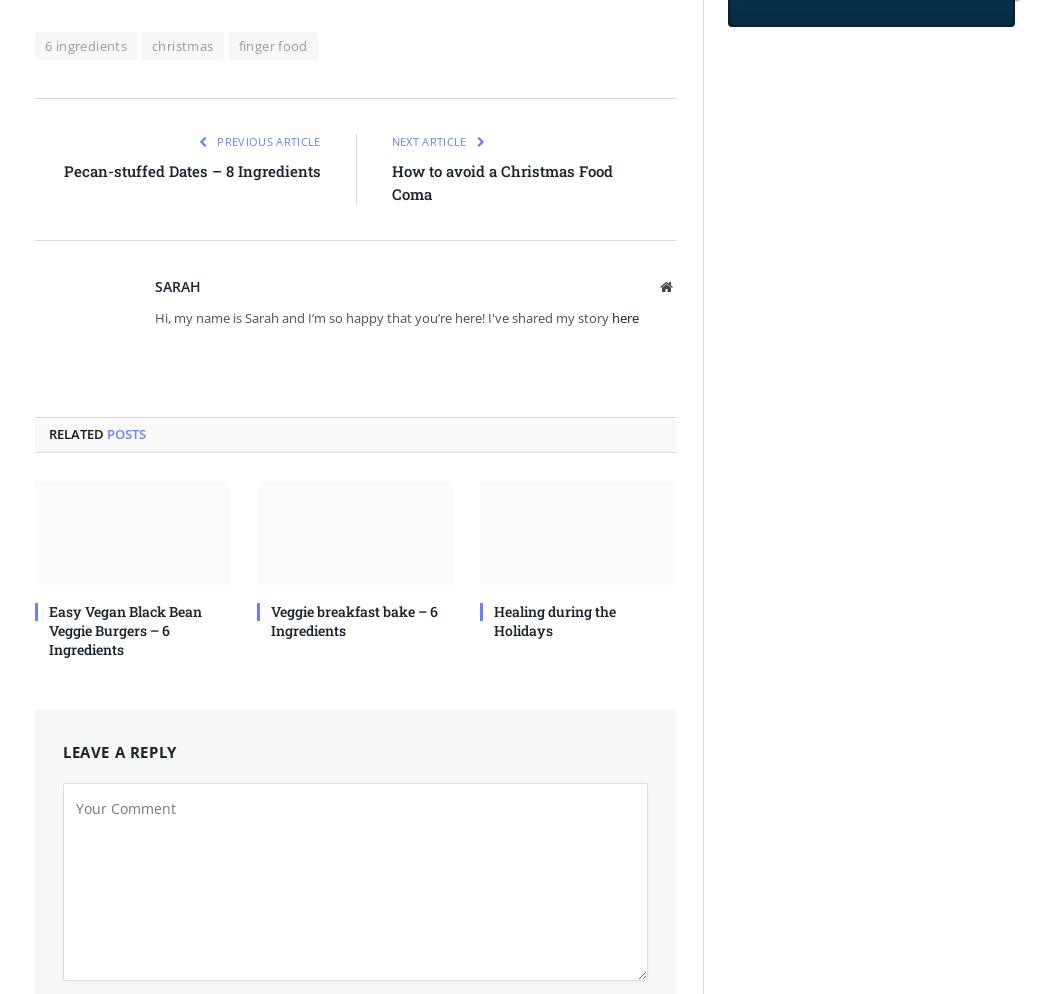 This screenshot has height=994, width=1050. Describe the element at coordinates (118, 749) in the screenshot. I see `'Leave A Reply'` at that location.